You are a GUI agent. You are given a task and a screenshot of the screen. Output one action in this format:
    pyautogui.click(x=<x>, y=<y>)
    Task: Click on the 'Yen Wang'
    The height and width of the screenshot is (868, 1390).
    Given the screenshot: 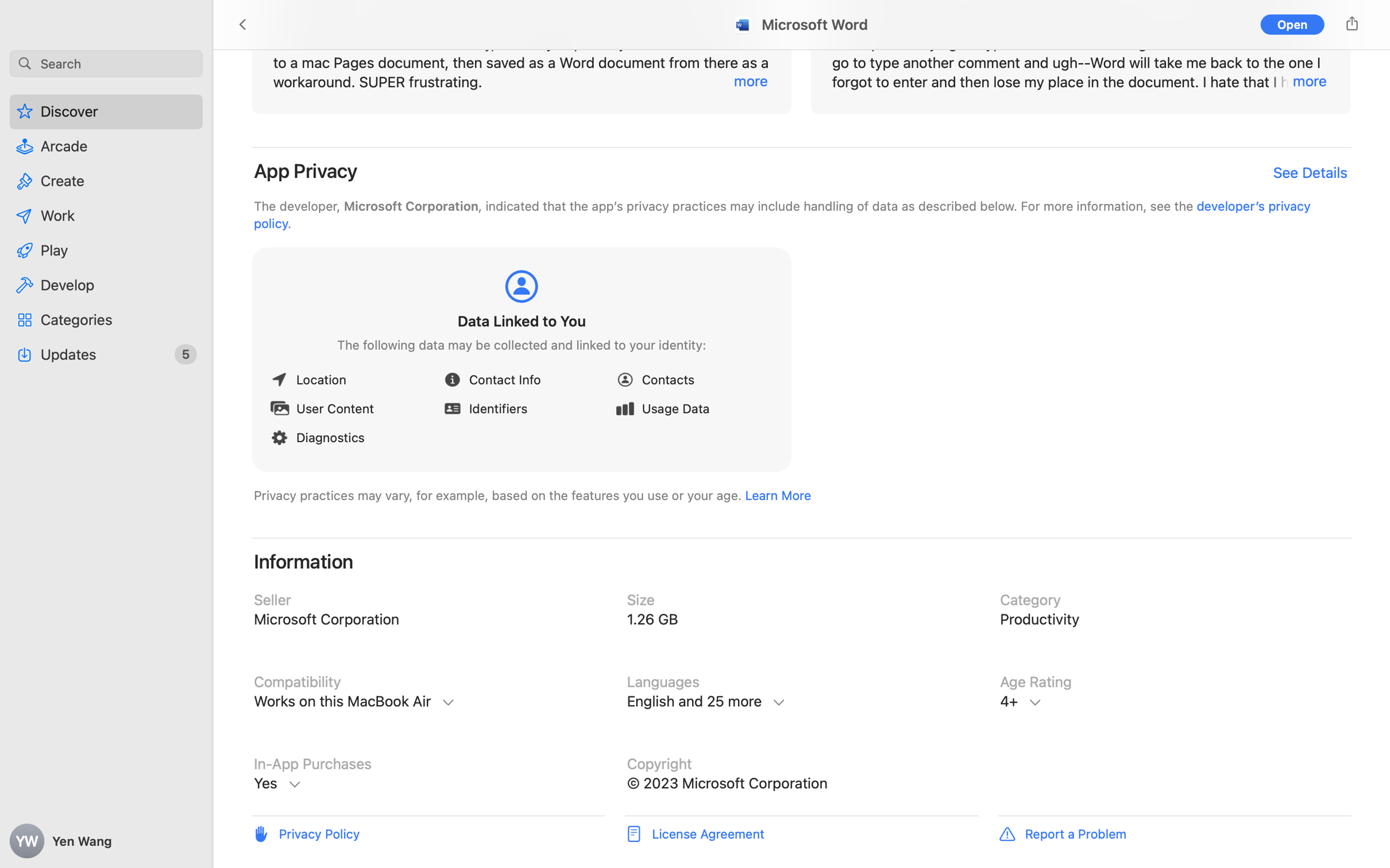 What is the action you would take?
    pyautogui.click(x=106, y=841)
    